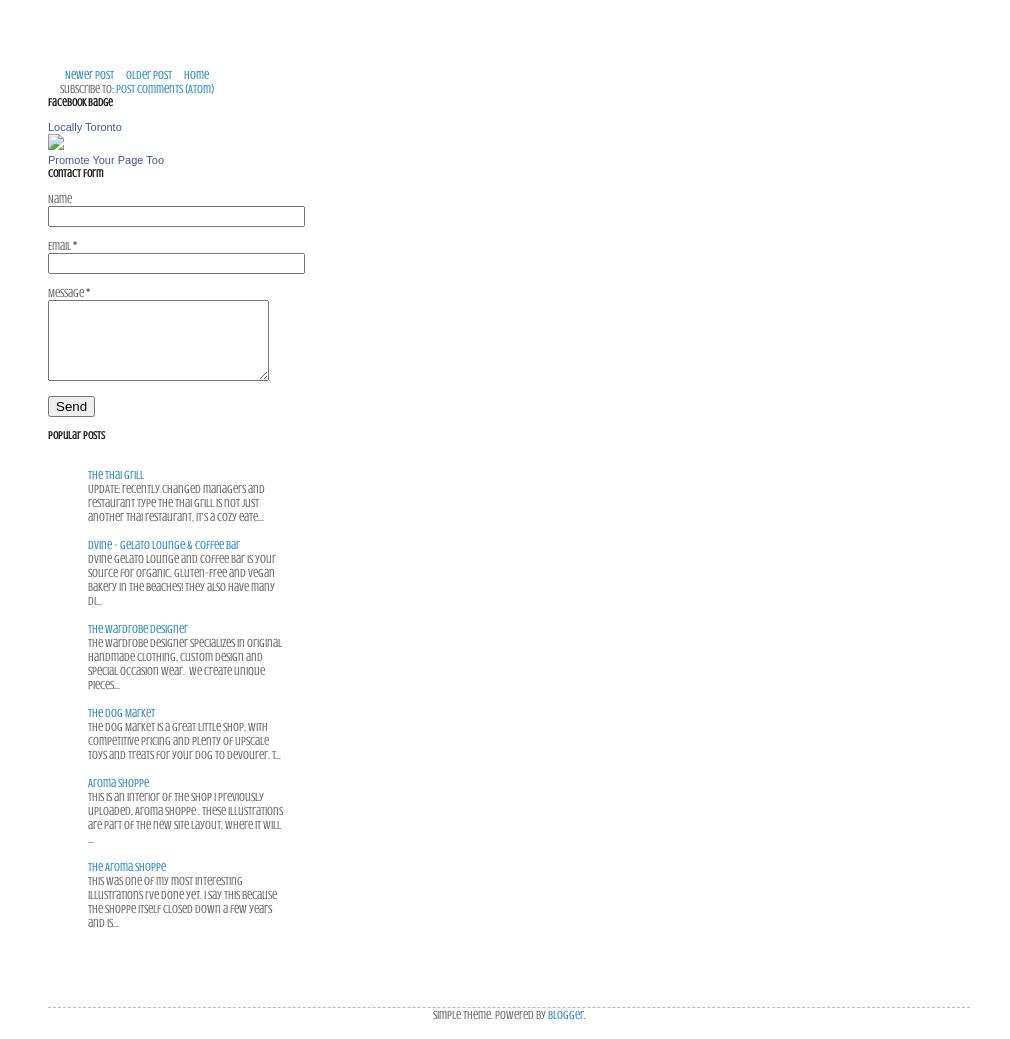 This screenshot has width=1010, height=1039. What do you see at coordinates (46, 125) in the screenshot?
I see `'Locally Toronto'` at bounding box center [46, 125].